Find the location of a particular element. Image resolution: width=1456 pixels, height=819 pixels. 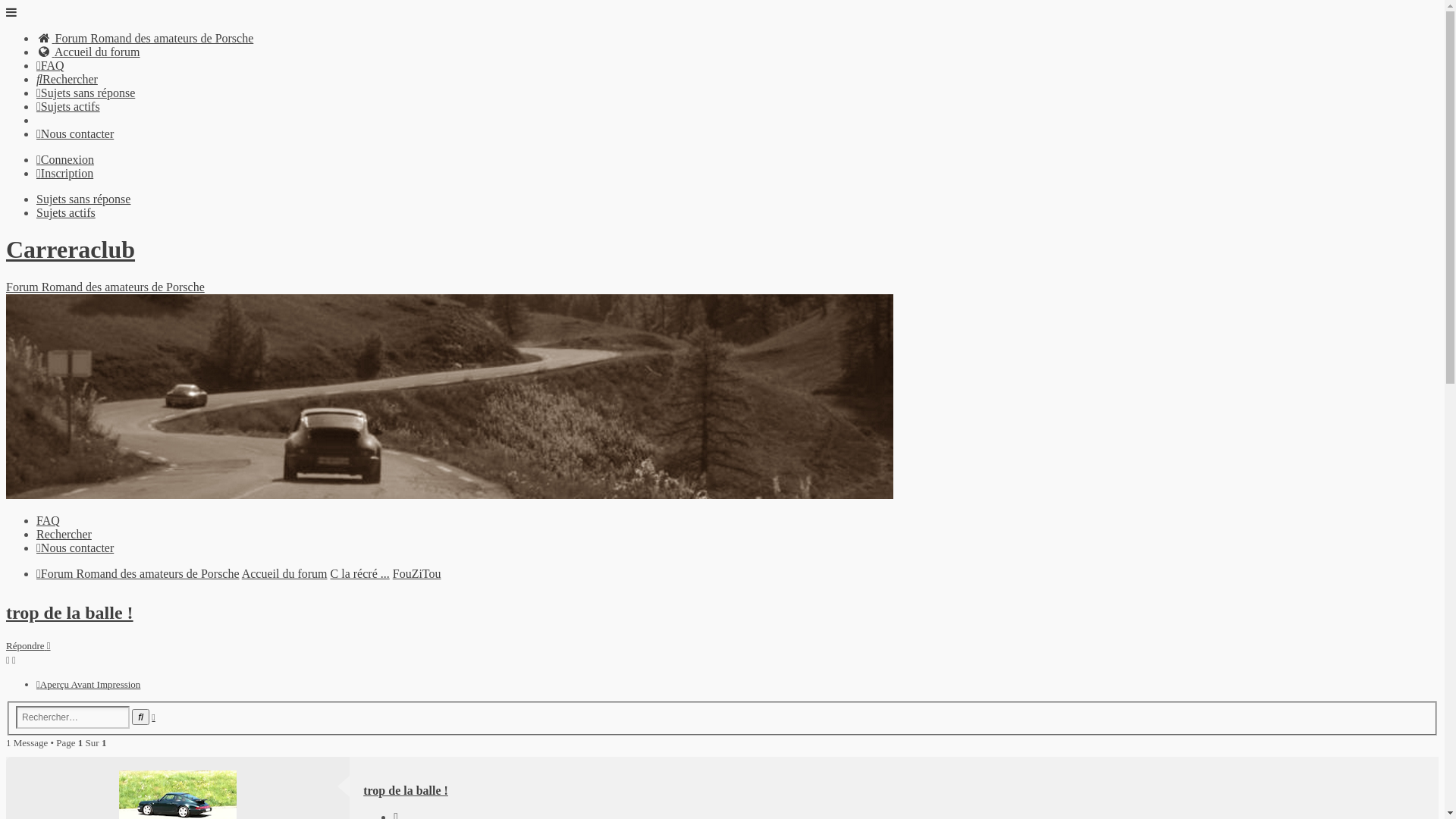

'Connexion' is located at coordinates (64, 159).